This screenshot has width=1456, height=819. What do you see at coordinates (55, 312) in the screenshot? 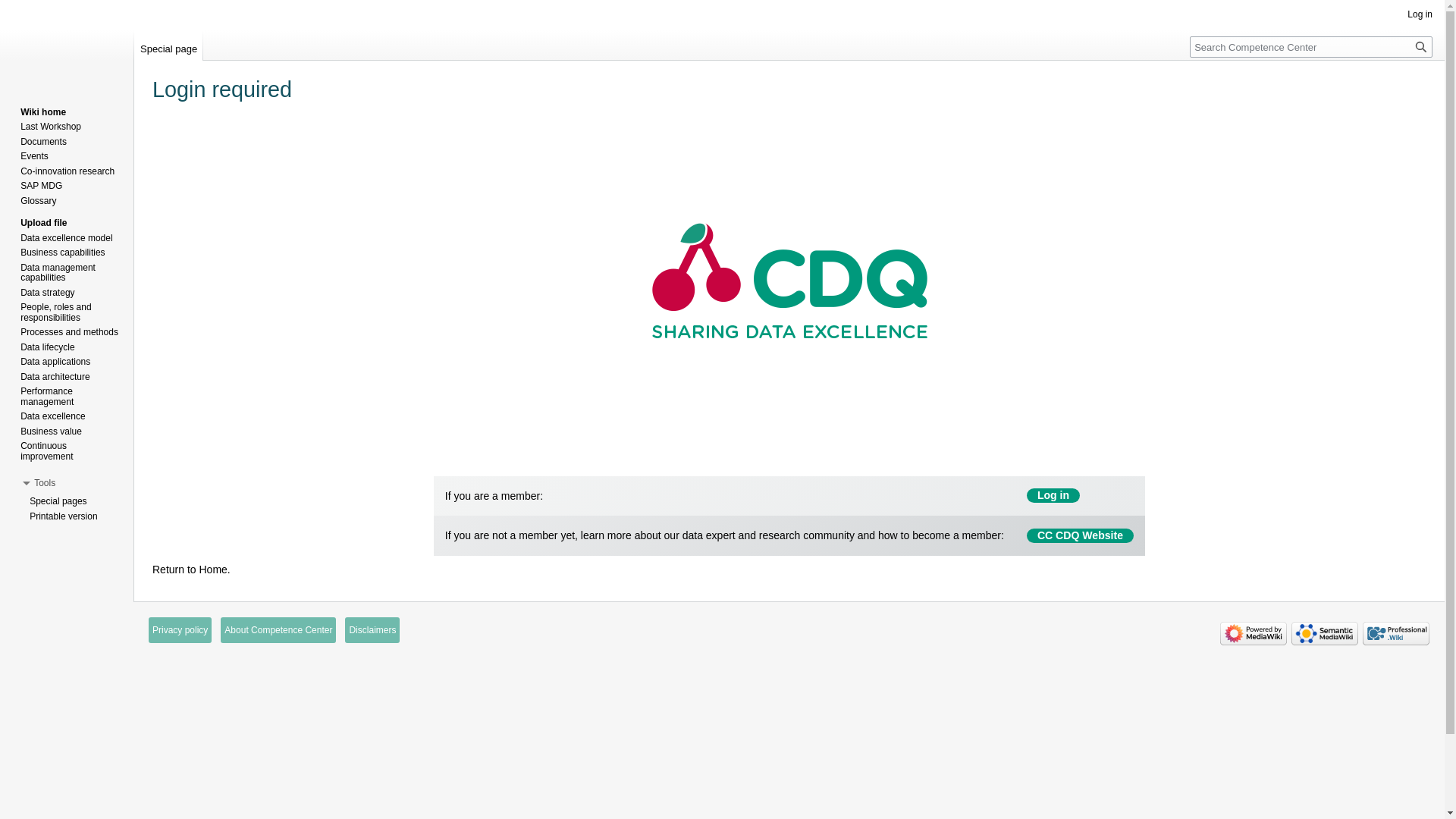
I see `'People, roles and responsibilities'` at bounding box center [55, 312].